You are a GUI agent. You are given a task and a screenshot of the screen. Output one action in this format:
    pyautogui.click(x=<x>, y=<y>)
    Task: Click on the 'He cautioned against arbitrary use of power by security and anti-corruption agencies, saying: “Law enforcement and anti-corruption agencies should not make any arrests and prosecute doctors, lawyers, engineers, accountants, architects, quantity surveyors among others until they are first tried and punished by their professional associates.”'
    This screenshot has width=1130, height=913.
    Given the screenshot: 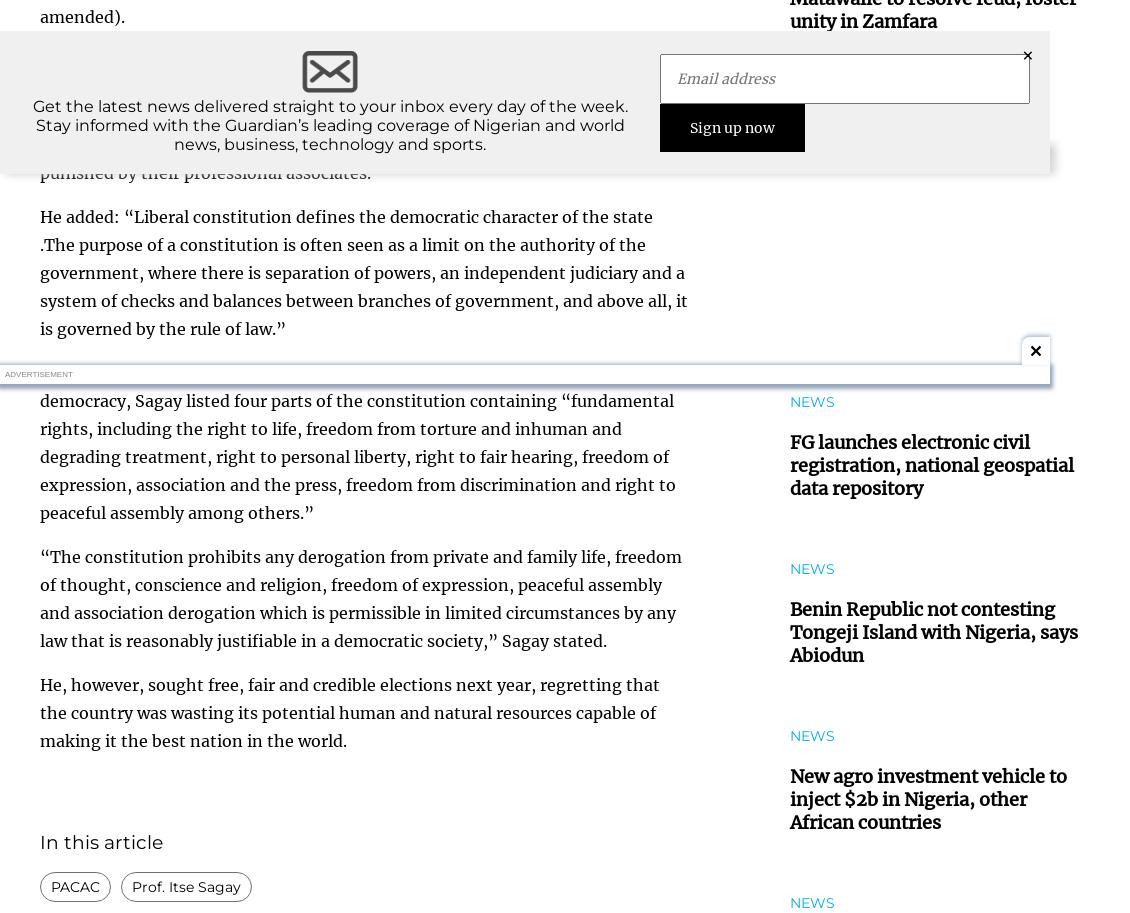 What is the action you would take?
    pyautogui.click(x=347, y=116)
    